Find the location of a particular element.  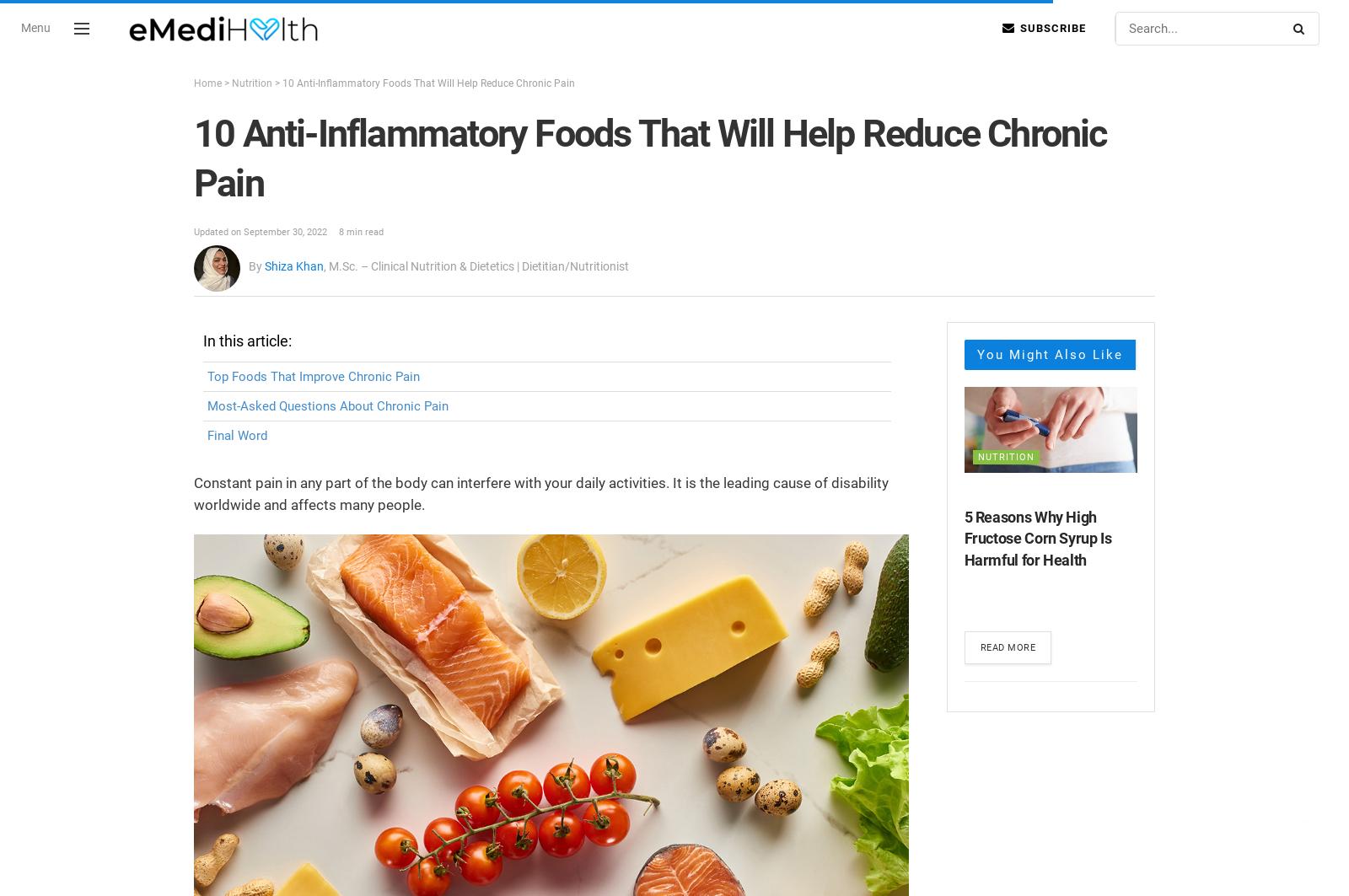

'You Might Also Like' is located at coordinates (1048, 353).